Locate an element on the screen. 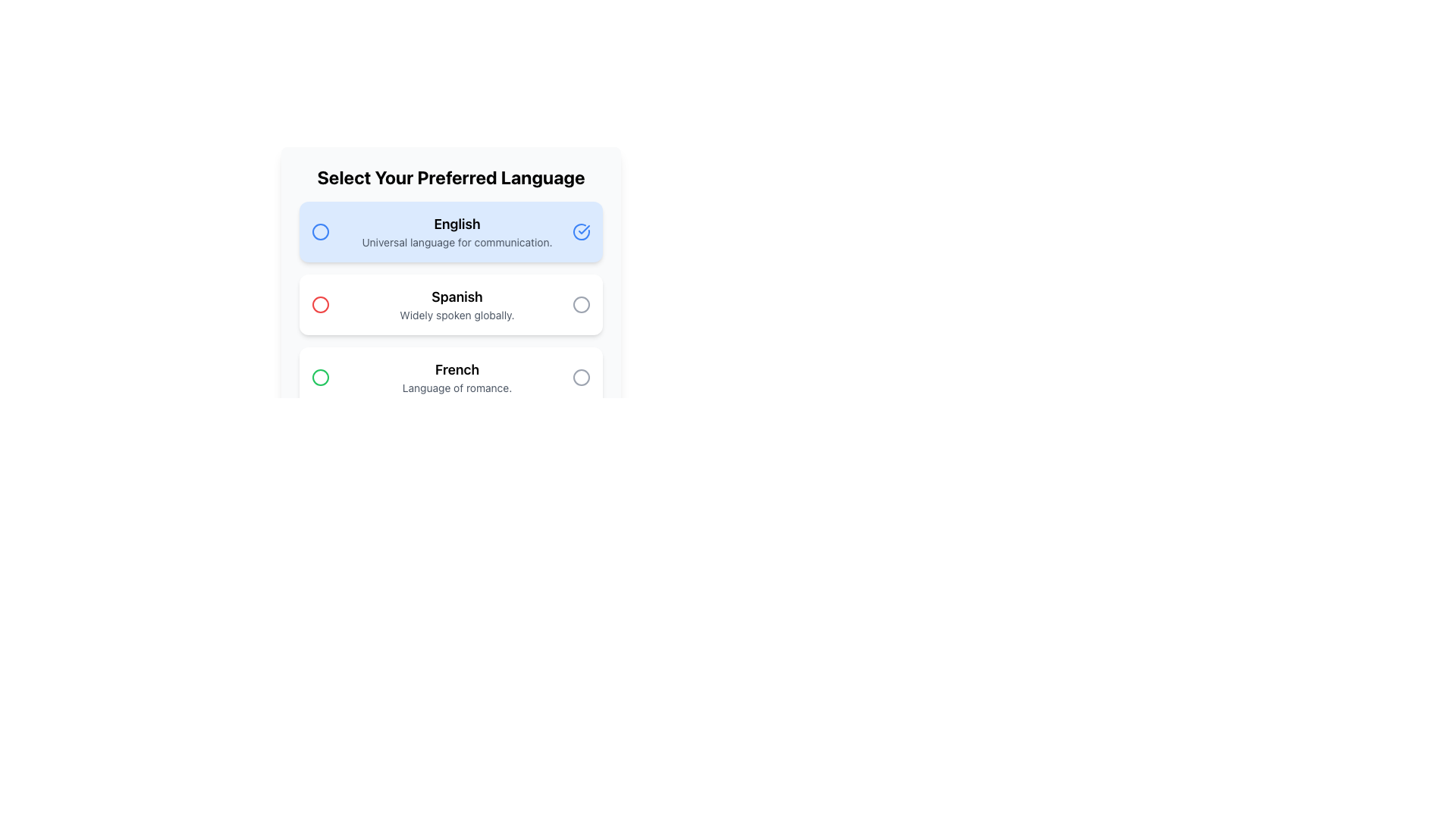  the text block for the language selection option labeled 'Spanish', which is located in the second section of a vertically-aligned list of language options is located at coordinates (457, 304).